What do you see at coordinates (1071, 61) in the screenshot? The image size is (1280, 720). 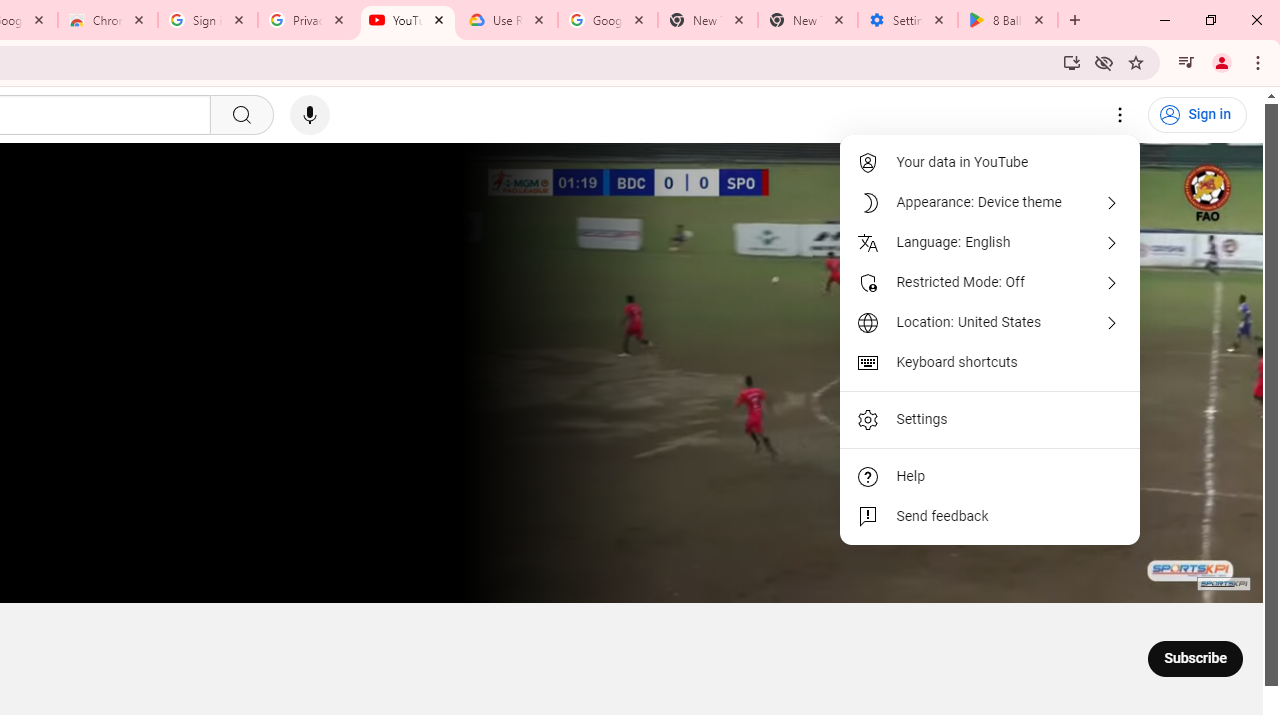 I see `'Install YouTube'` at bounding box center [1071, 61].